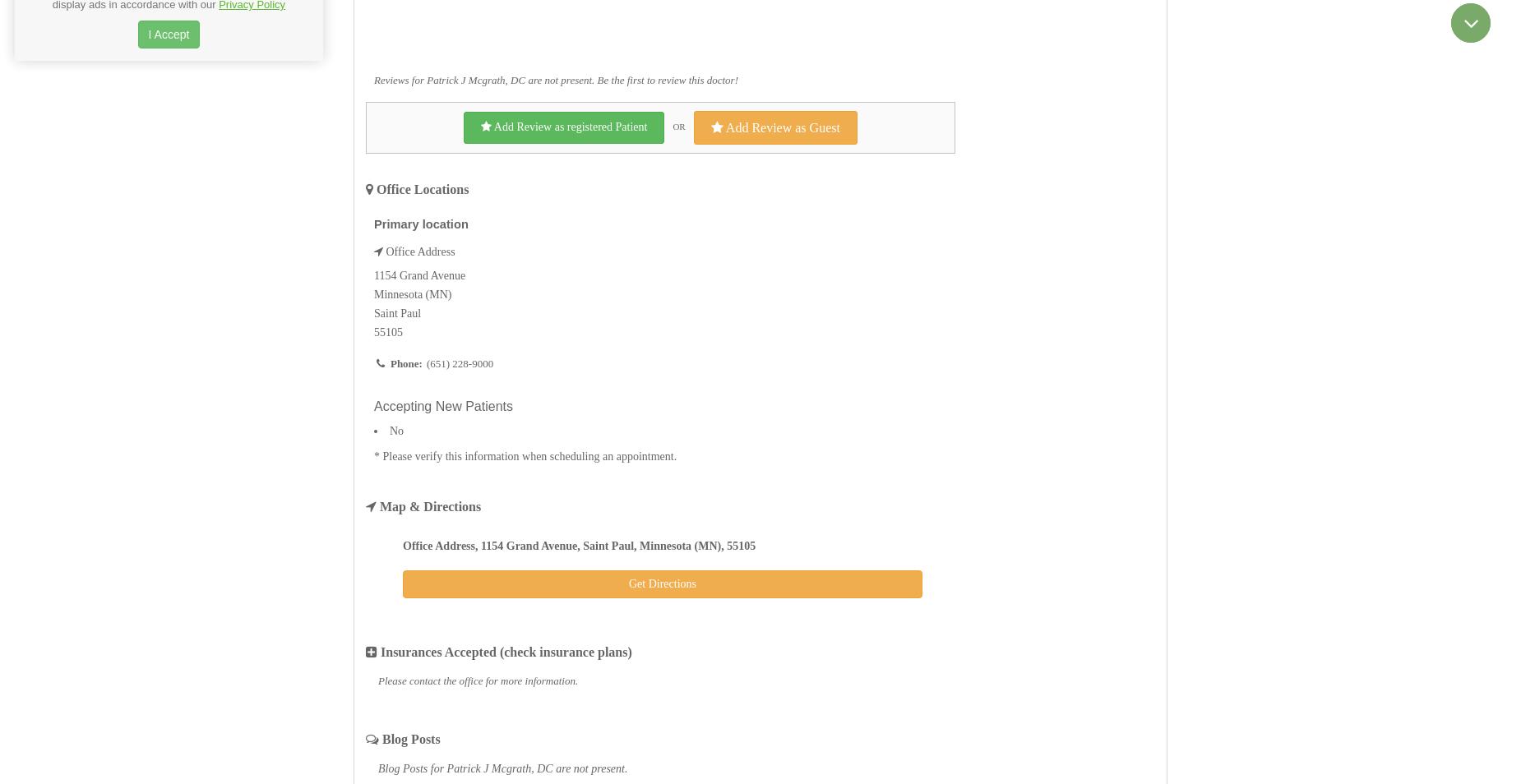 This screenshot has width=1521, height=784. Describe the element at coordinates (443, 405) in the screenshot. I see `'Accepting New Patients'` at that location.